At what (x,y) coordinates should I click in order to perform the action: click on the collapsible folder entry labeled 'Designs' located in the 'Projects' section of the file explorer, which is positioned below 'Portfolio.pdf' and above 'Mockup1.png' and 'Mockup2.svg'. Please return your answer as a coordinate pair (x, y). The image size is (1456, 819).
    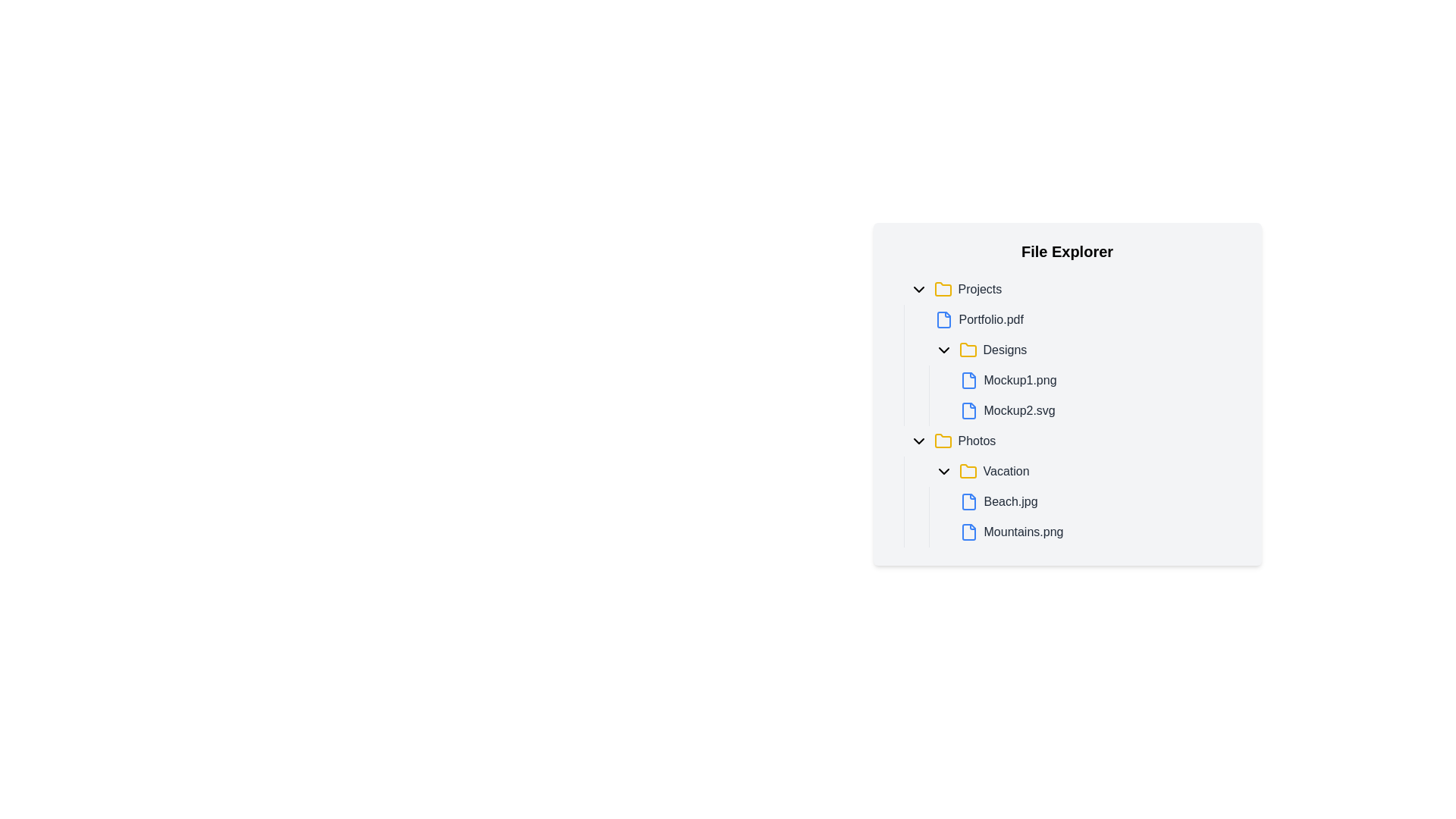
    Looking at the image, I should click on (1084, 350).